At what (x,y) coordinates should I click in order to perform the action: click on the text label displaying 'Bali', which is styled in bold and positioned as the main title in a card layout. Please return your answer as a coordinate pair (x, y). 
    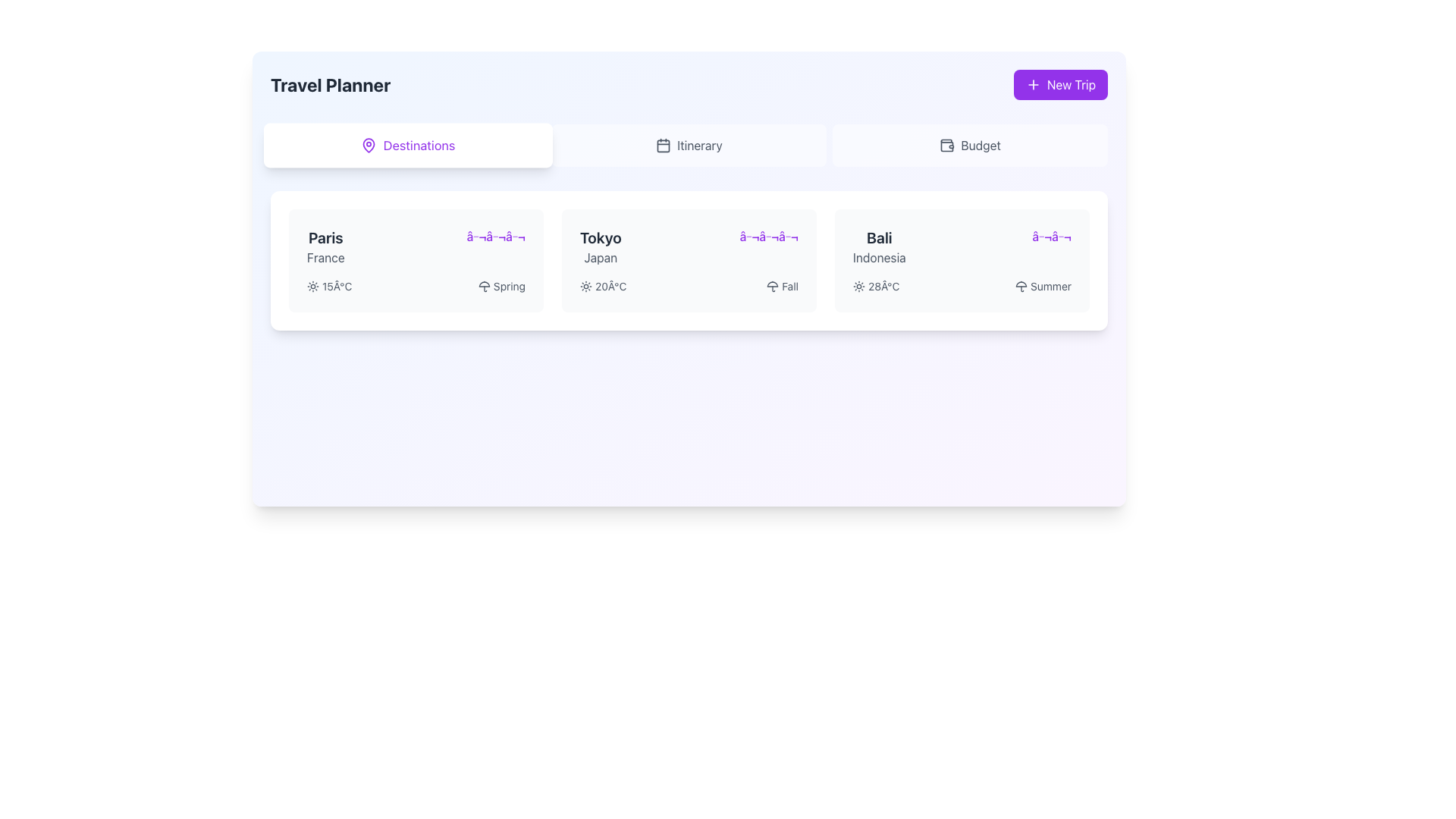
    Looking at the image, I should click on (879, 237).